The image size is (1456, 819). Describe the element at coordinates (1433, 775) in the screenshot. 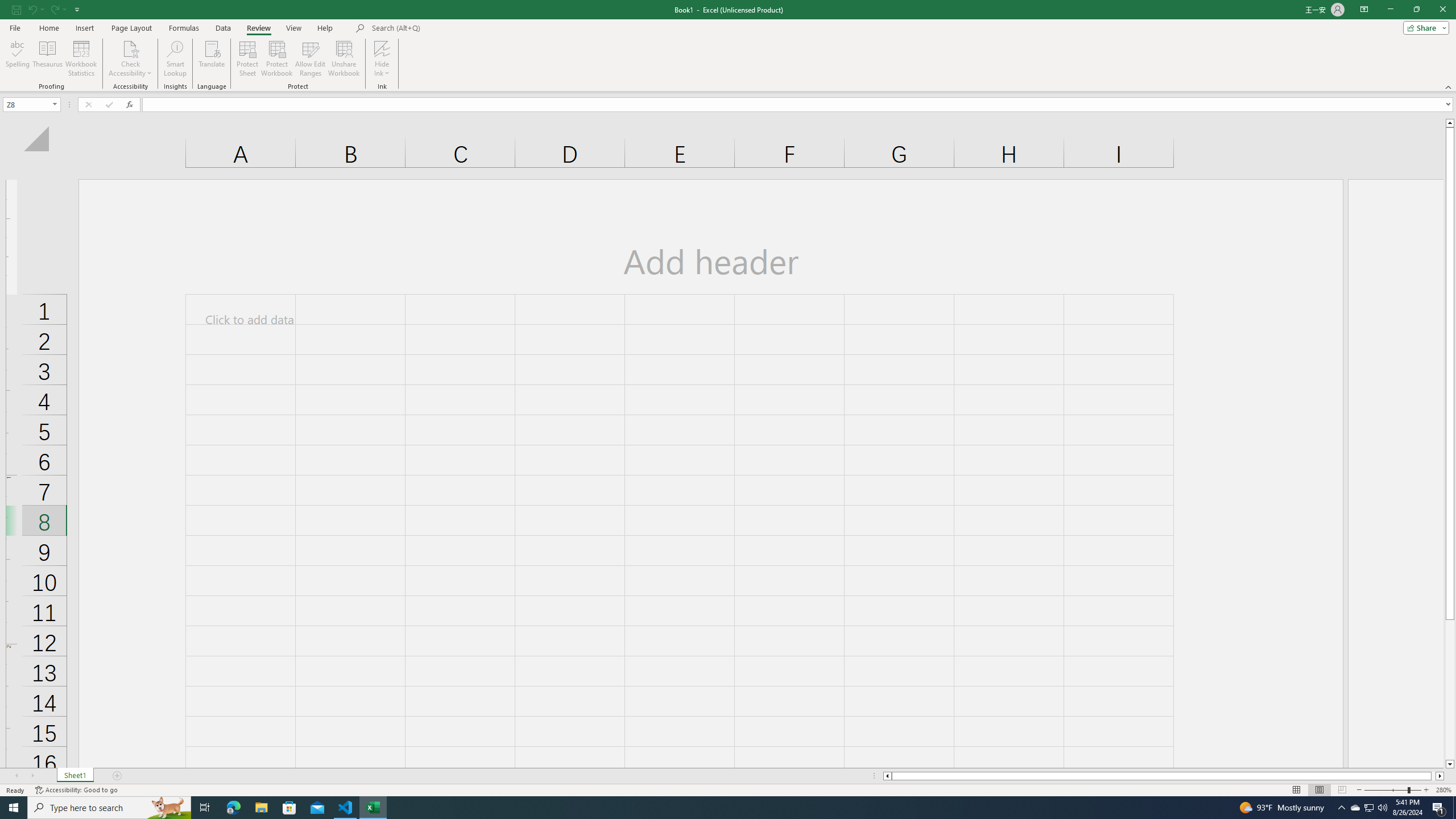

I see `'Page right'` at that location.